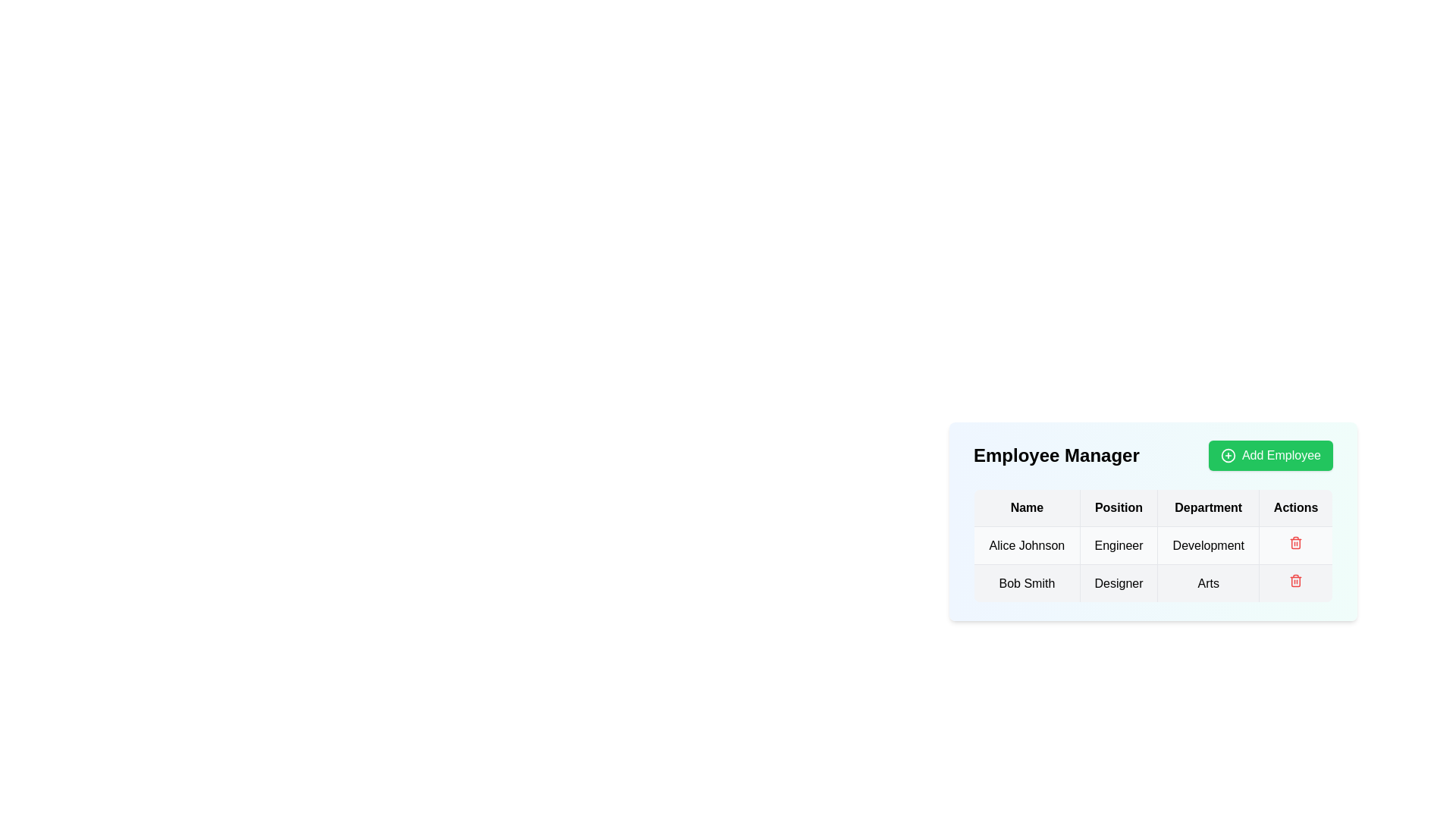 This screenshot has width=1456, height=819. I want to click on text from the second header cell in the 'Employee Manager' section of the table, which is positioned between the 'Name' and 'Department' headers, so click(1119, 508).